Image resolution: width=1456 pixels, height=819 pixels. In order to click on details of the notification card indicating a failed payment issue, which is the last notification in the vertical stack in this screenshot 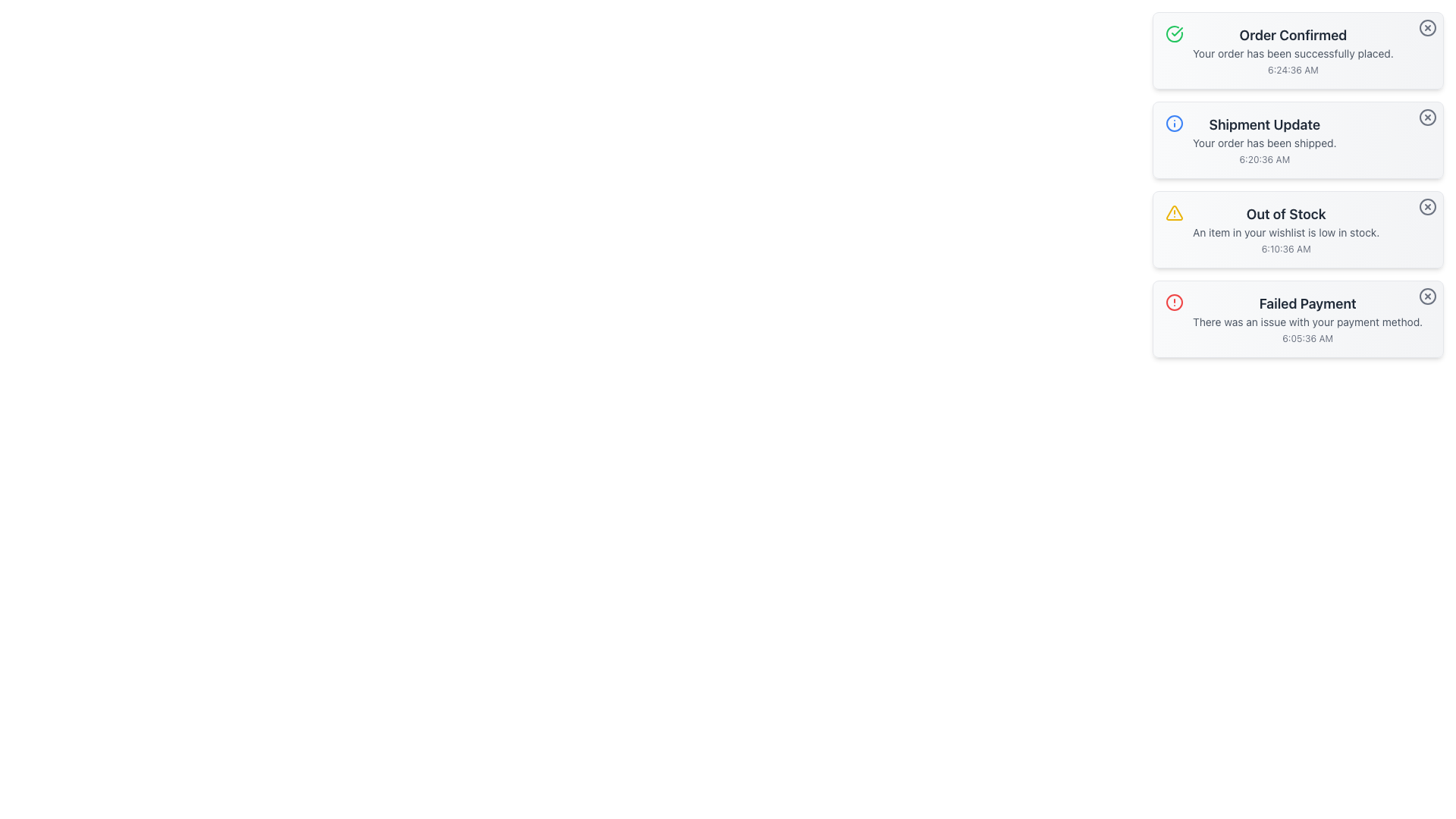, I will do `click(1298, 318)`.